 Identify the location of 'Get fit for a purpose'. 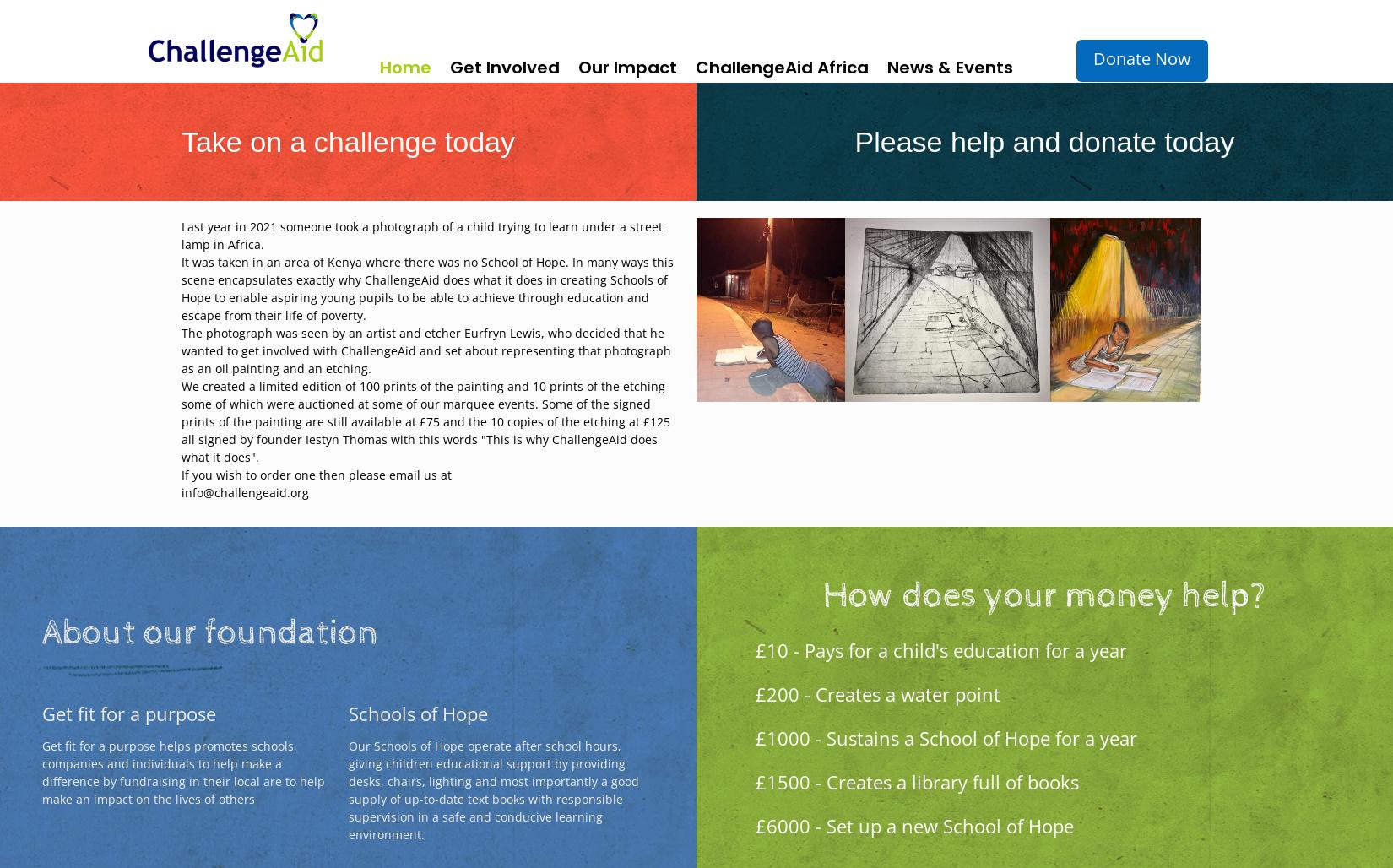
(127, 711).